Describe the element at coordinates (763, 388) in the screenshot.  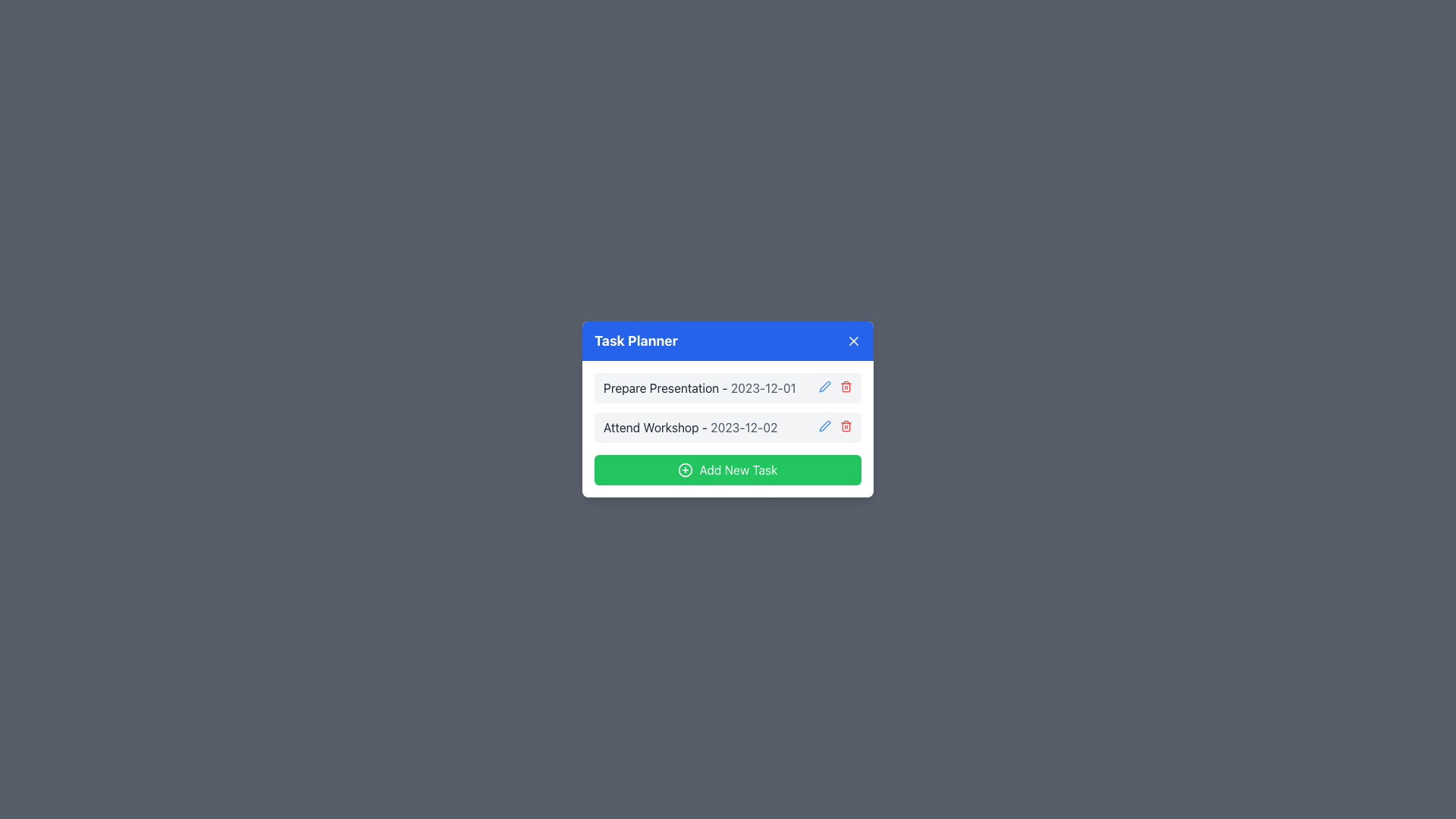
I see `the non-interactive text label displaying the date '2023-12-01' that follows 'Prepare Presentation -' in the task planner dialog box` at that location.